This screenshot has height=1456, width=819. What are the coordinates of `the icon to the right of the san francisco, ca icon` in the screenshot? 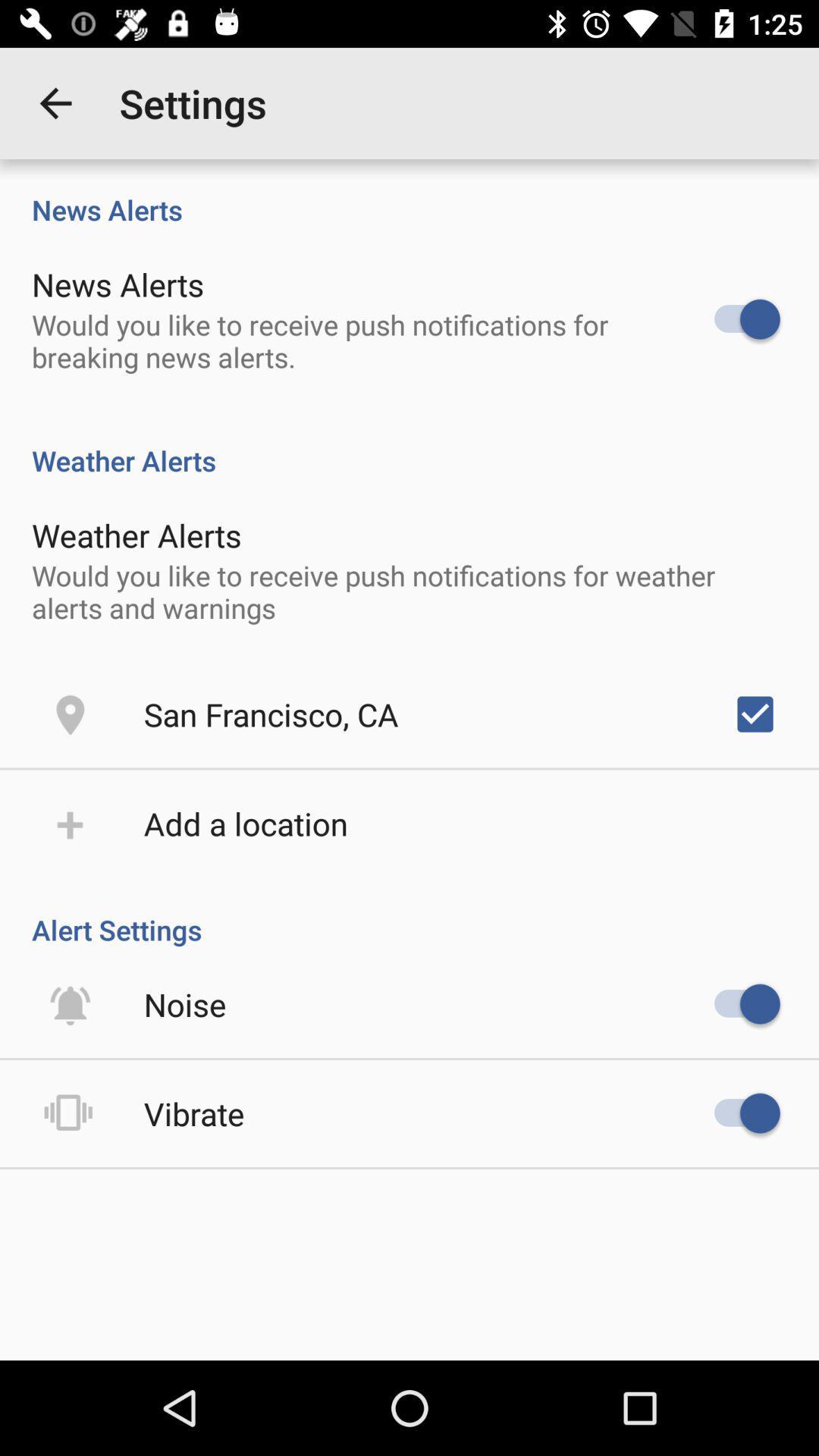 It's located at (755, 713).